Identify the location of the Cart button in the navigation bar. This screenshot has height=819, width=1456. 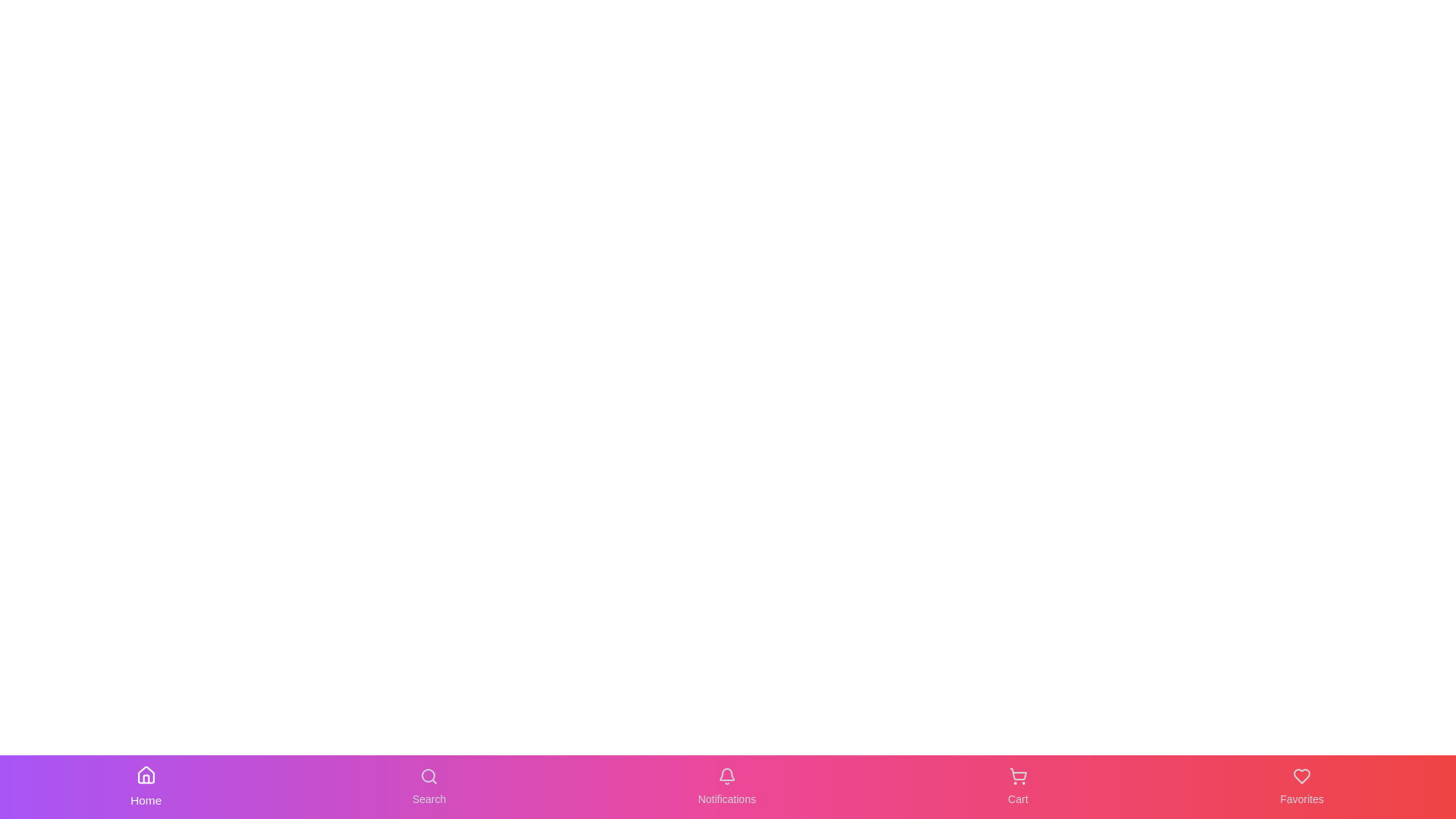
(1018, 786).